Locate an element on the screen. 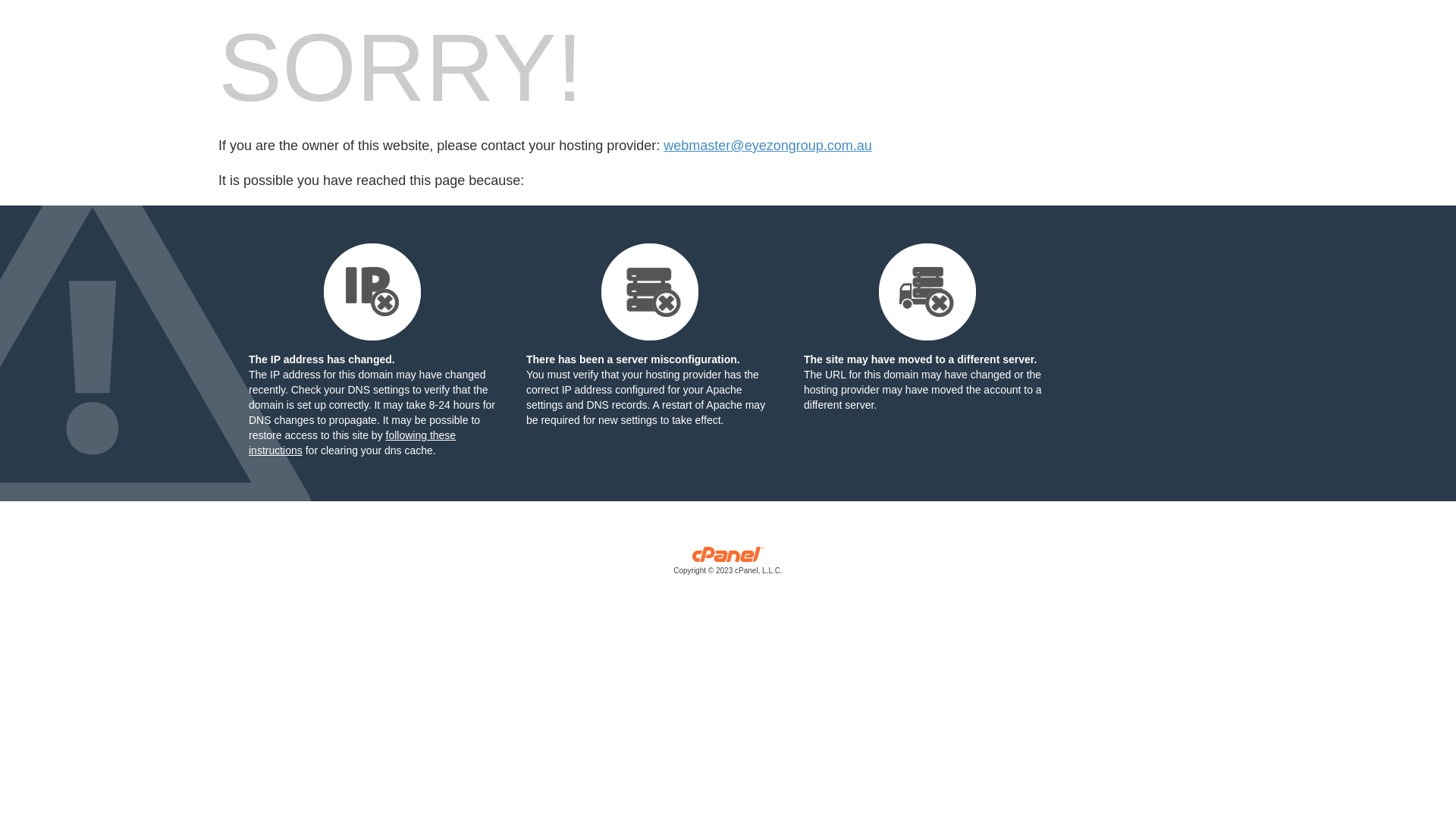 The image size is (1456, 819). 'webmaster@eyezongroup.com.au' is located at coordinates (767, 146).